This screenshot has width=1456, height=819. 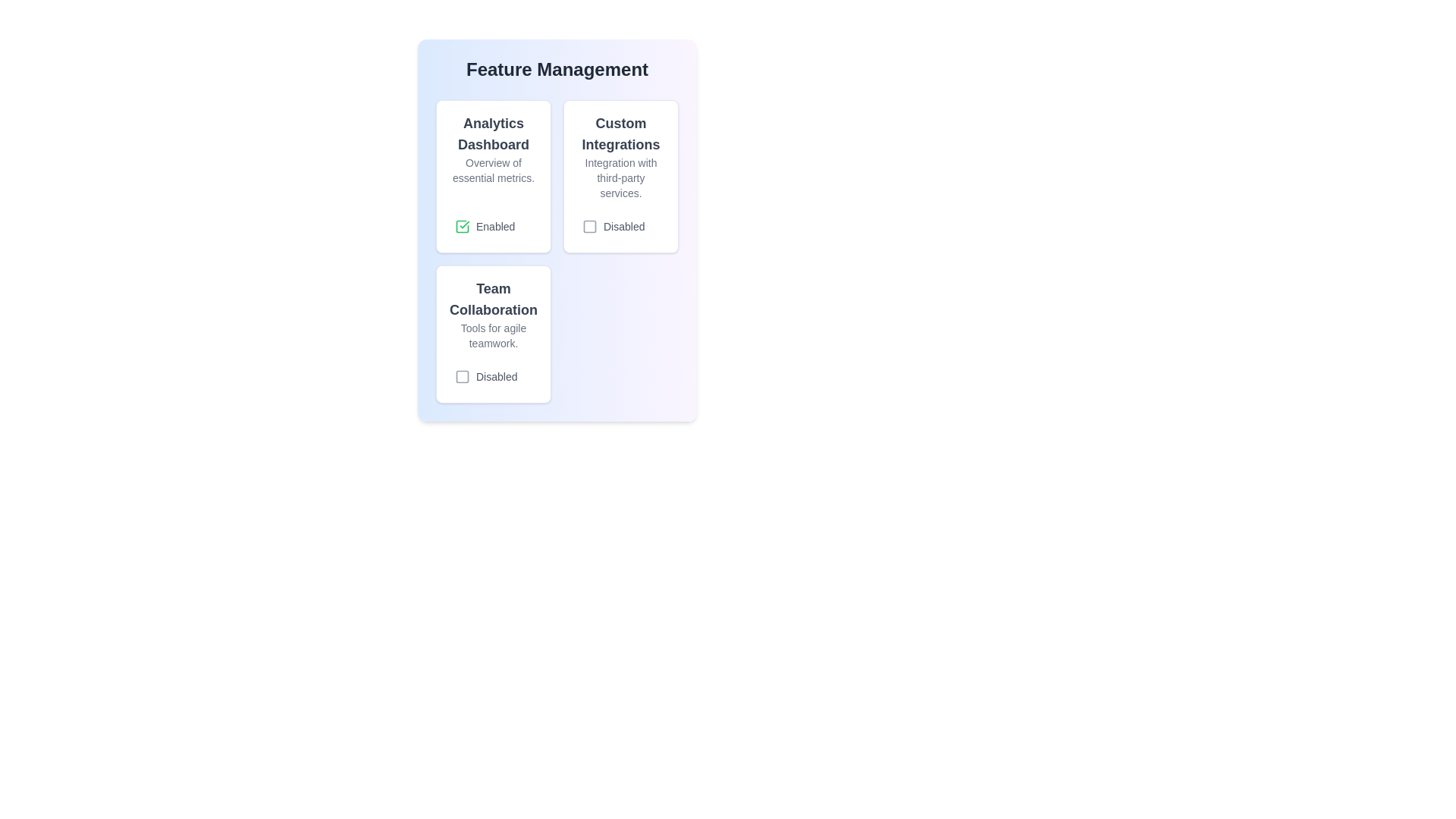 I want to click on the text label that contains the word 'Disabled', which is styled in gray color and small font, located to the right of a checkbox icon in the 'Team Collaboration' section, so click(x=497, y=376).